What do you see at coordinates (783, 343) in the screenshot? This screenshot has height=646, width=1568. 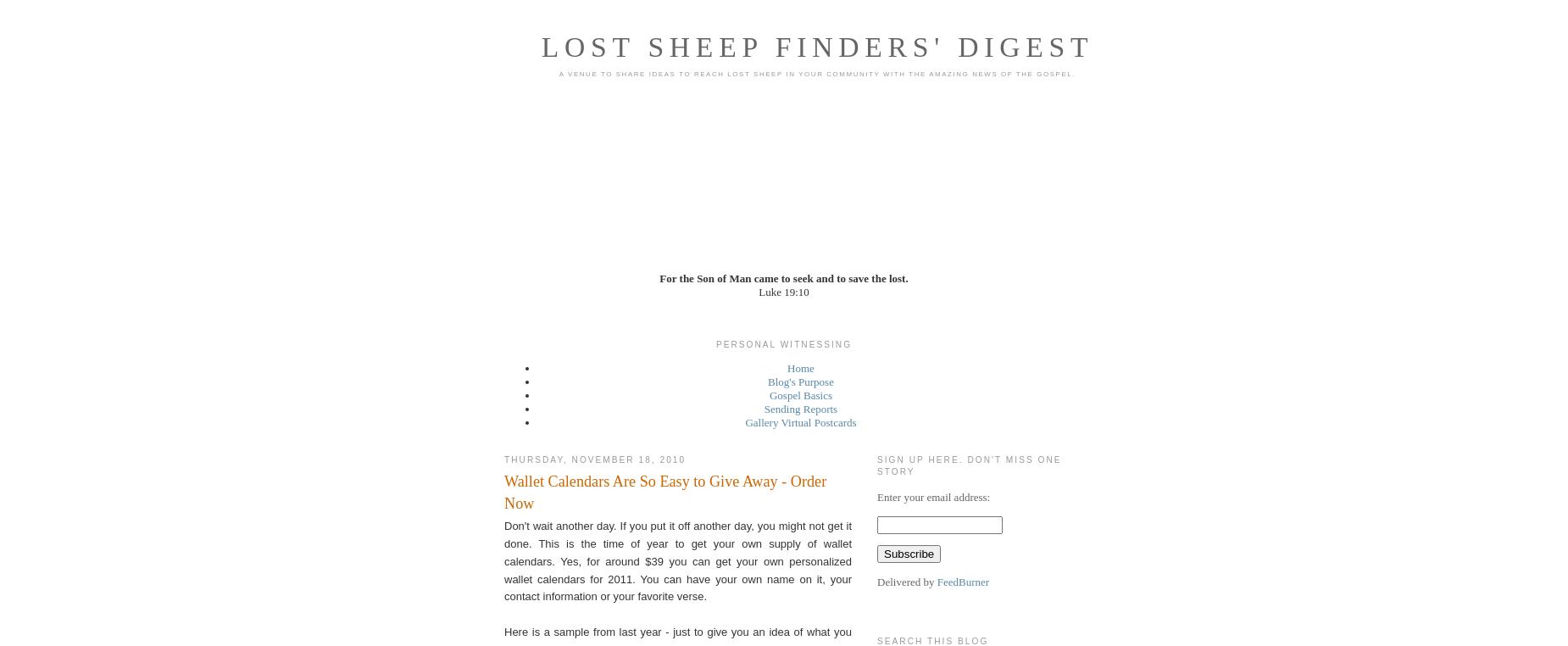 I see `'Personal Witnessing'` at bounding box center [783, 343].